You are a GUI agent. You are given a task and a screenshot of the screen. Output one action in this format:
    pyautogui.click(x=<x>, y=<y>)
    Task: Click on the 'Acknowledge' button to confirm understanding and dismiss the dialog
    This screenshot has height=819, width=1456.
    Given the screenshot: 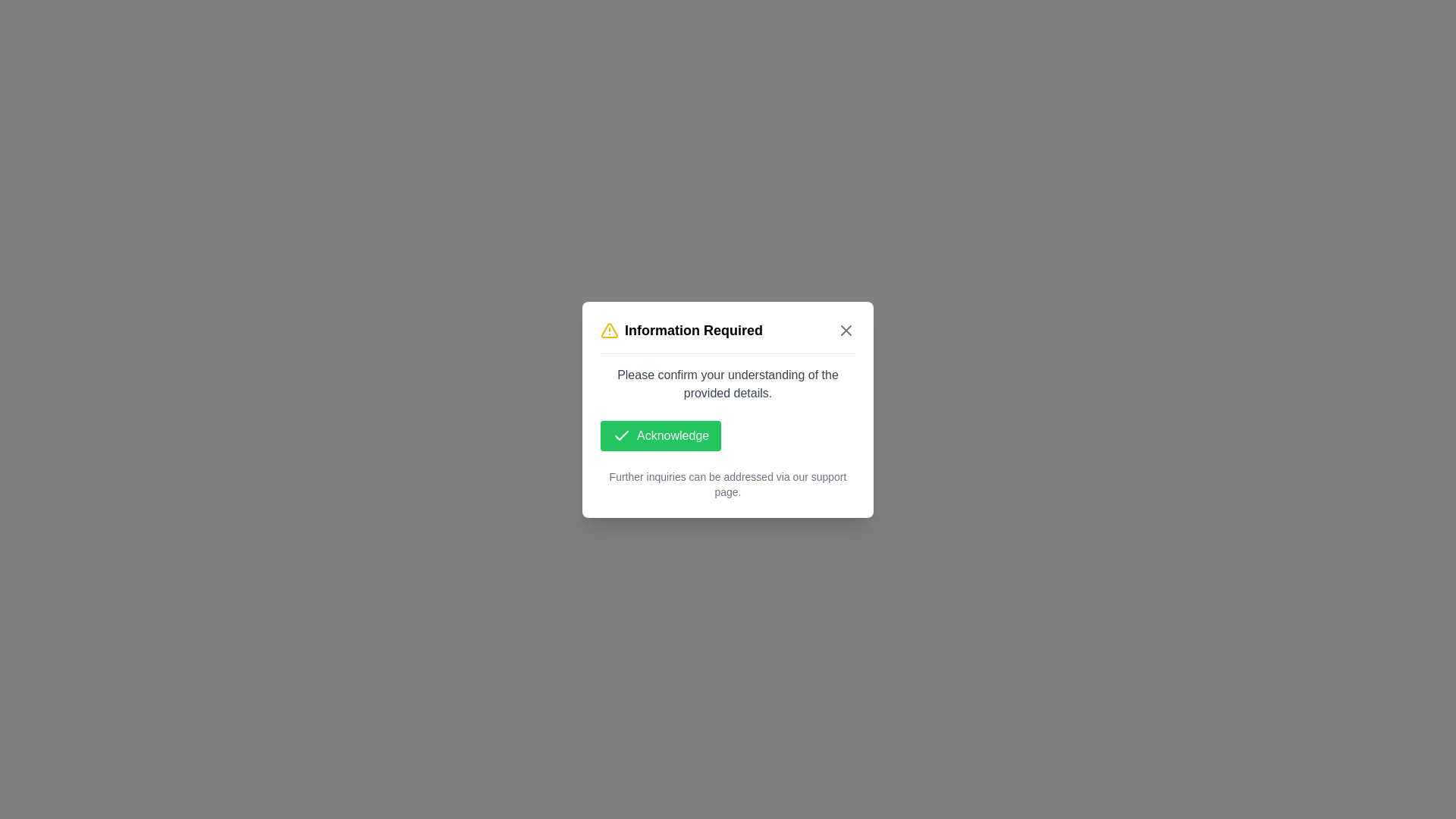 What is the action you would take?
    pyautogui.click(x=661, y=435)
    